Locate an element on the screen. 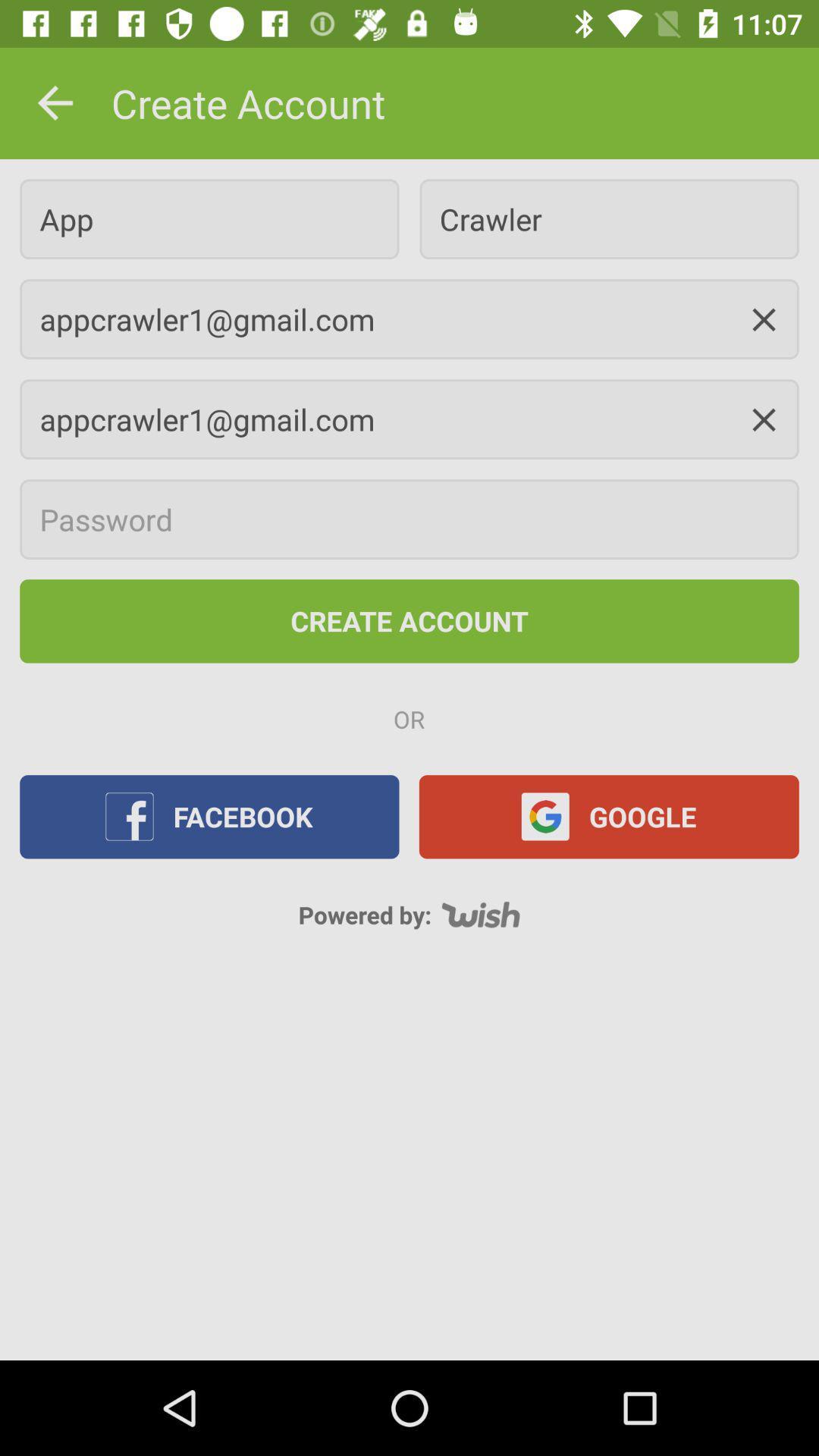 This screenshot has width=819, height=1456. item next to the crawler is located at coordinates (209, 218).